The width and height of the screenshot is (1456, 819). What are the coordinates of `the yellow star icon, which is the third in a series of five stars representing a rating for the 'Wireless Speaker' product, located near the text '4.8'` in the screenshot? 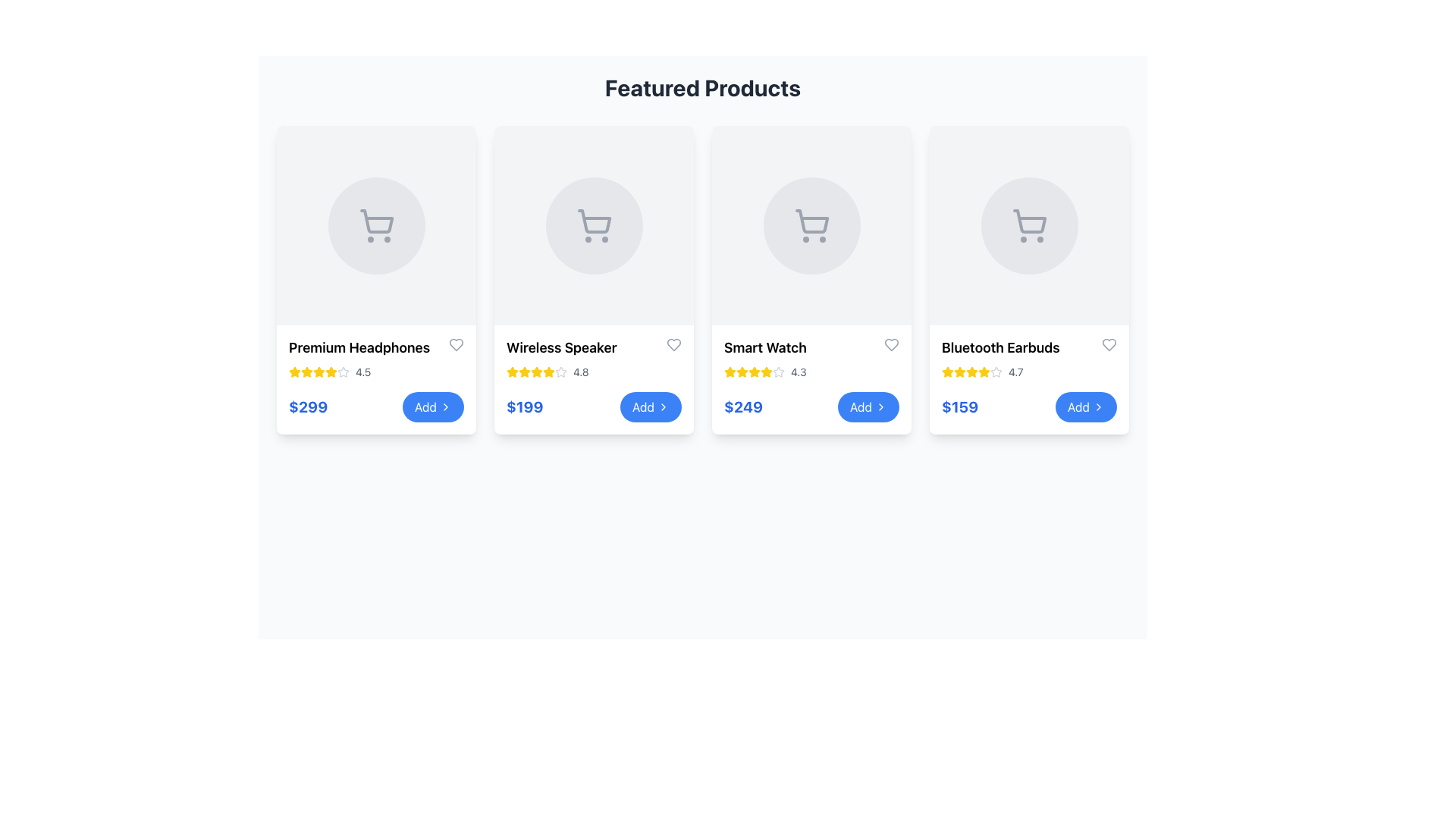 It's located at (524, 372).